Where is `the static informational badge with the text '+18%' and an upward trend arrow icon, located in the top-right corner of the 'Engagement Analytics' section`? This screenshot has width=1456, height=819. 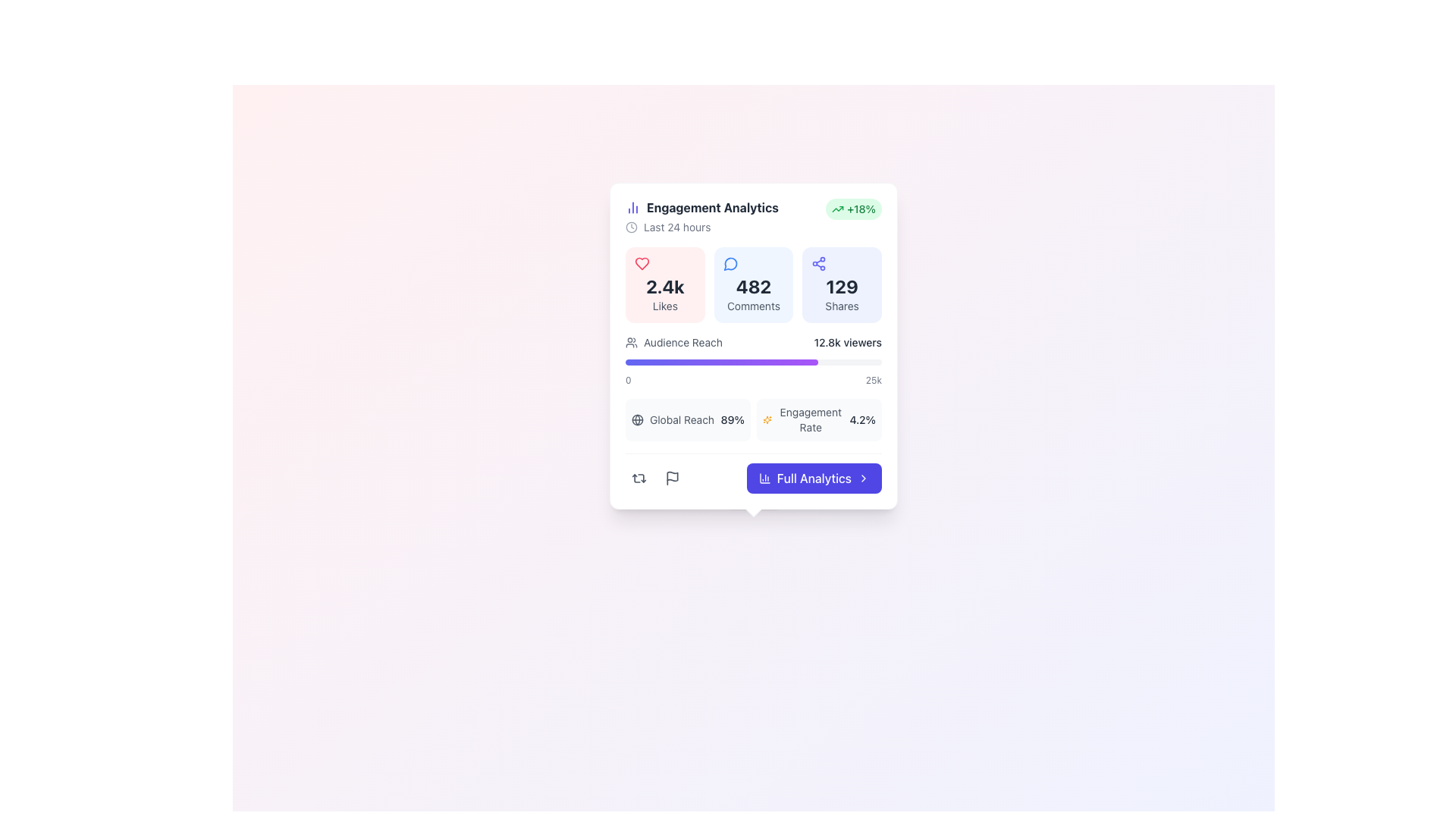 the static informational badge with the text '+18%' and an upward trend arrow icon, located in the top-right corner of the 'Engagement Analytics' section is located at coordinates (854, 209).